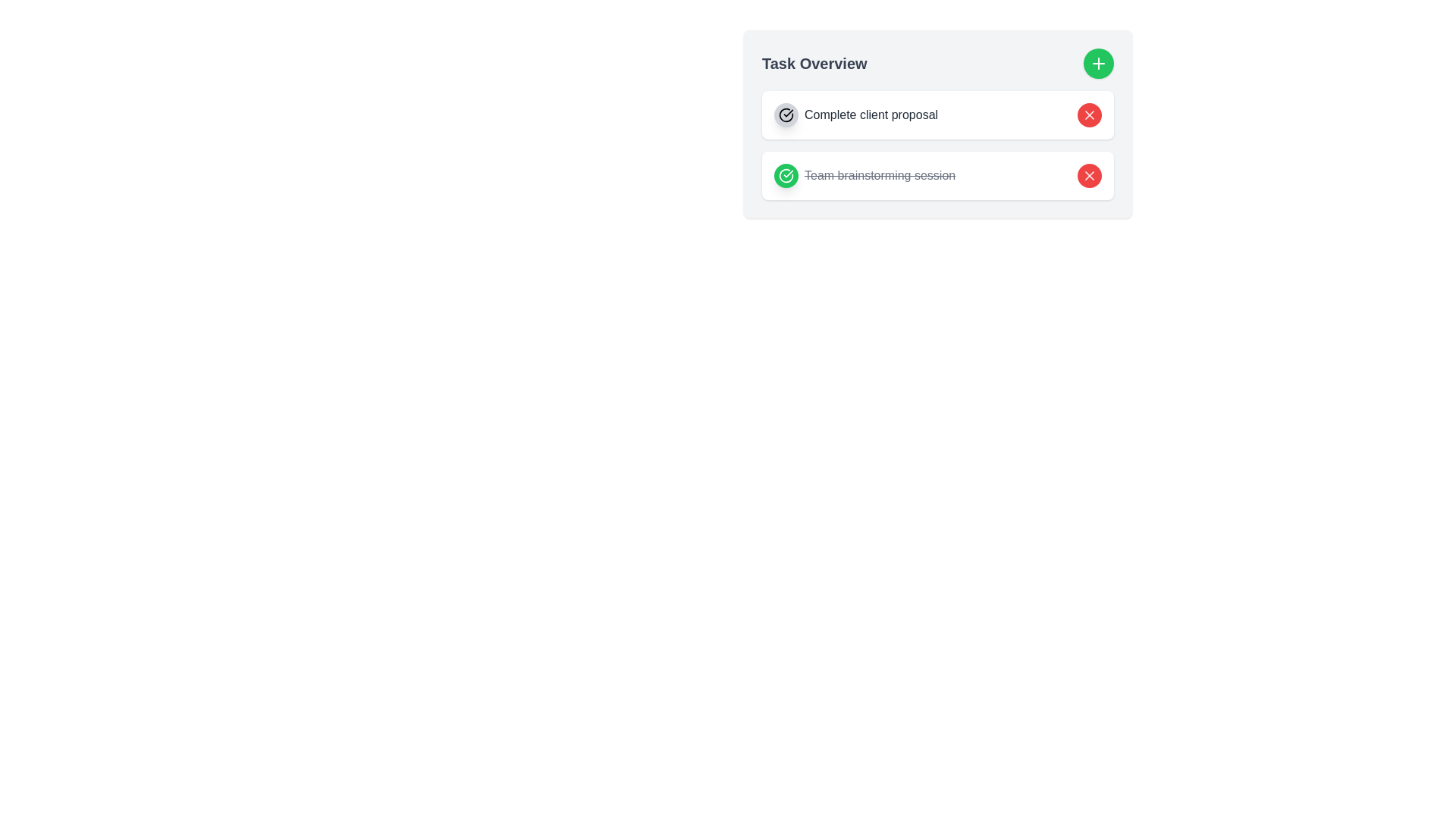 The width and height of the screenshot is (1456, 819). I want to click on the circular red button with a white 'X' icon, so click(1088, 114).